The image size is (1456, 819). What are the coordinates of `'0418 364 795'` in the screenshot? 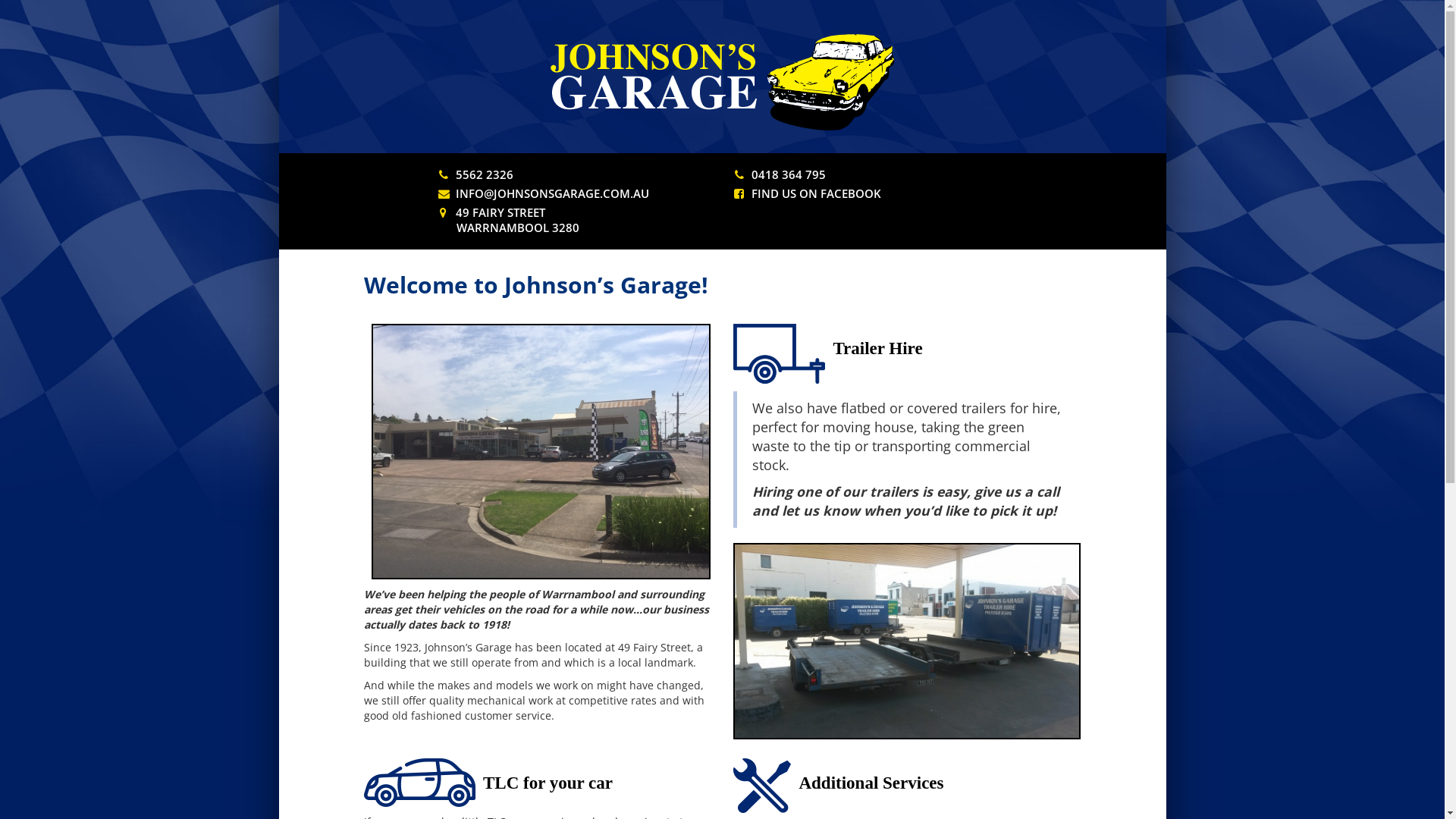 It's located at (789, 174).